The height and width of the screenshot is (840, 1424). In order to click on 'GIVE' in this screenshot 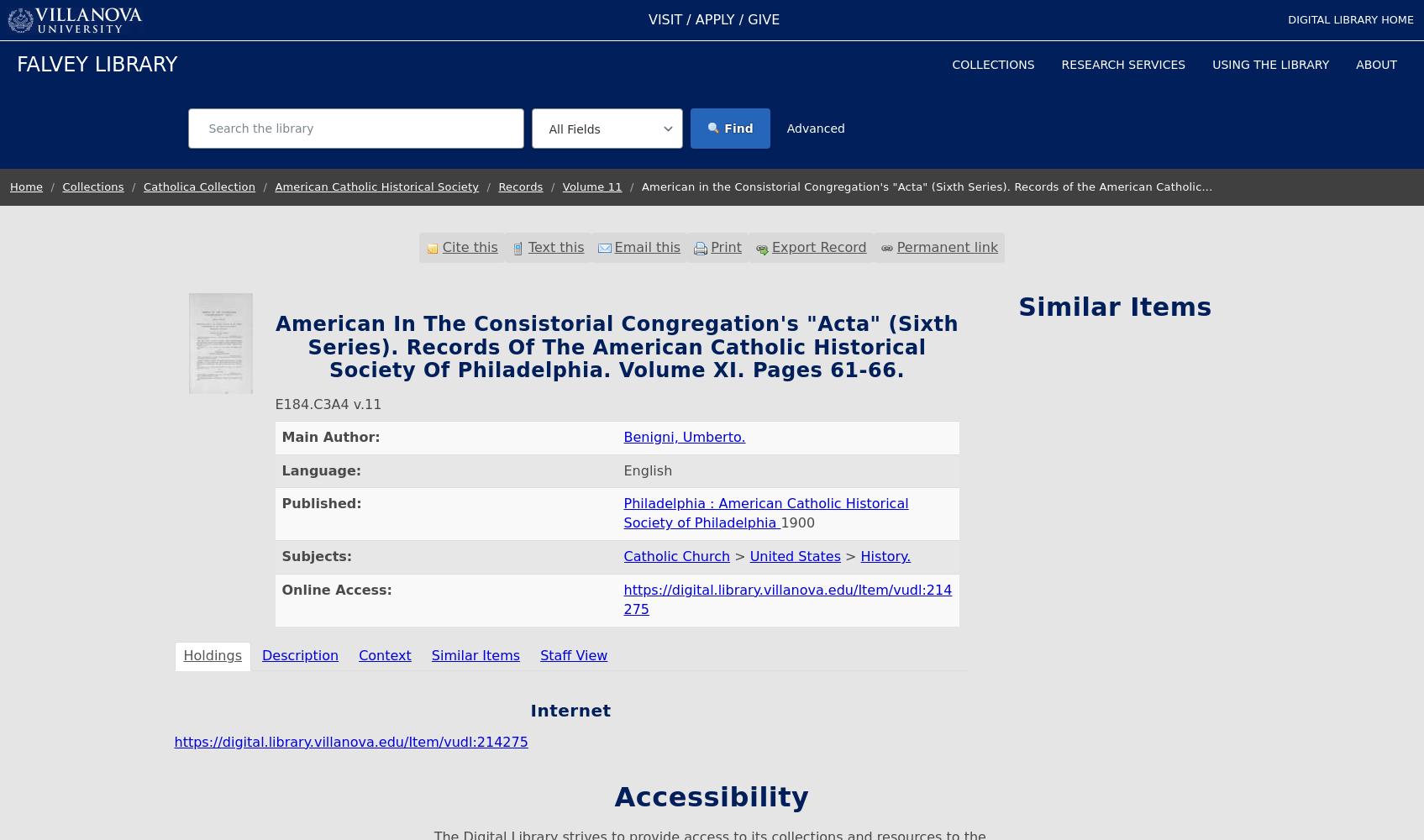, I will do `click(763, 19)`.